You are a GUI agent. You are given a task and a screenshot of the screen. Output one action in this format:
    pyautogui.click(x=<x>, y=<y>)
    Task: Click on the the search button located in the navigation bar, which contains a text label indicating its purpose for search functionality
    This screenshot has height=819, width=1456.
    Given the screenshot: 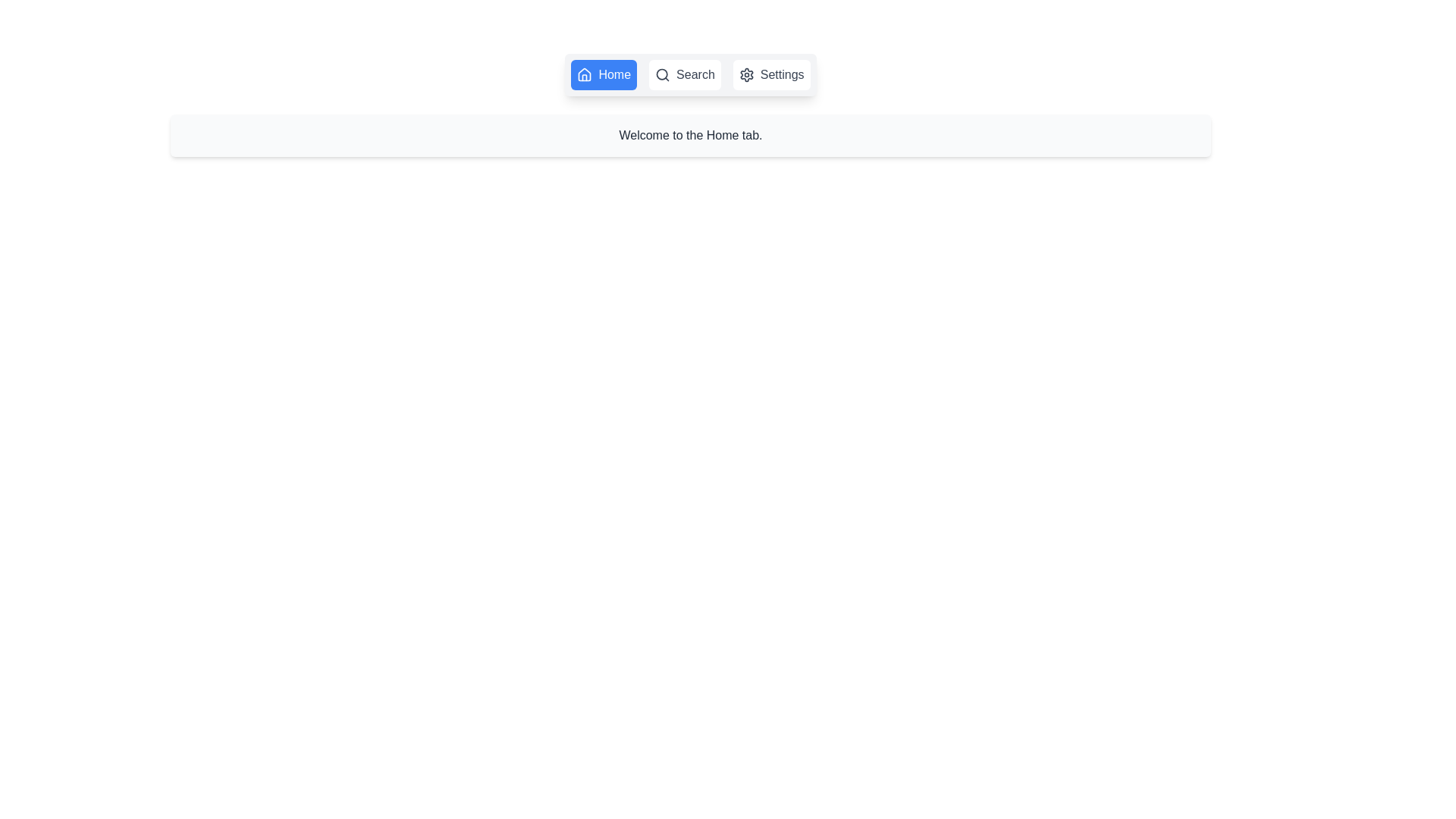 What is the action you would take?
    pyautogui.click(x=694, y=75)
    